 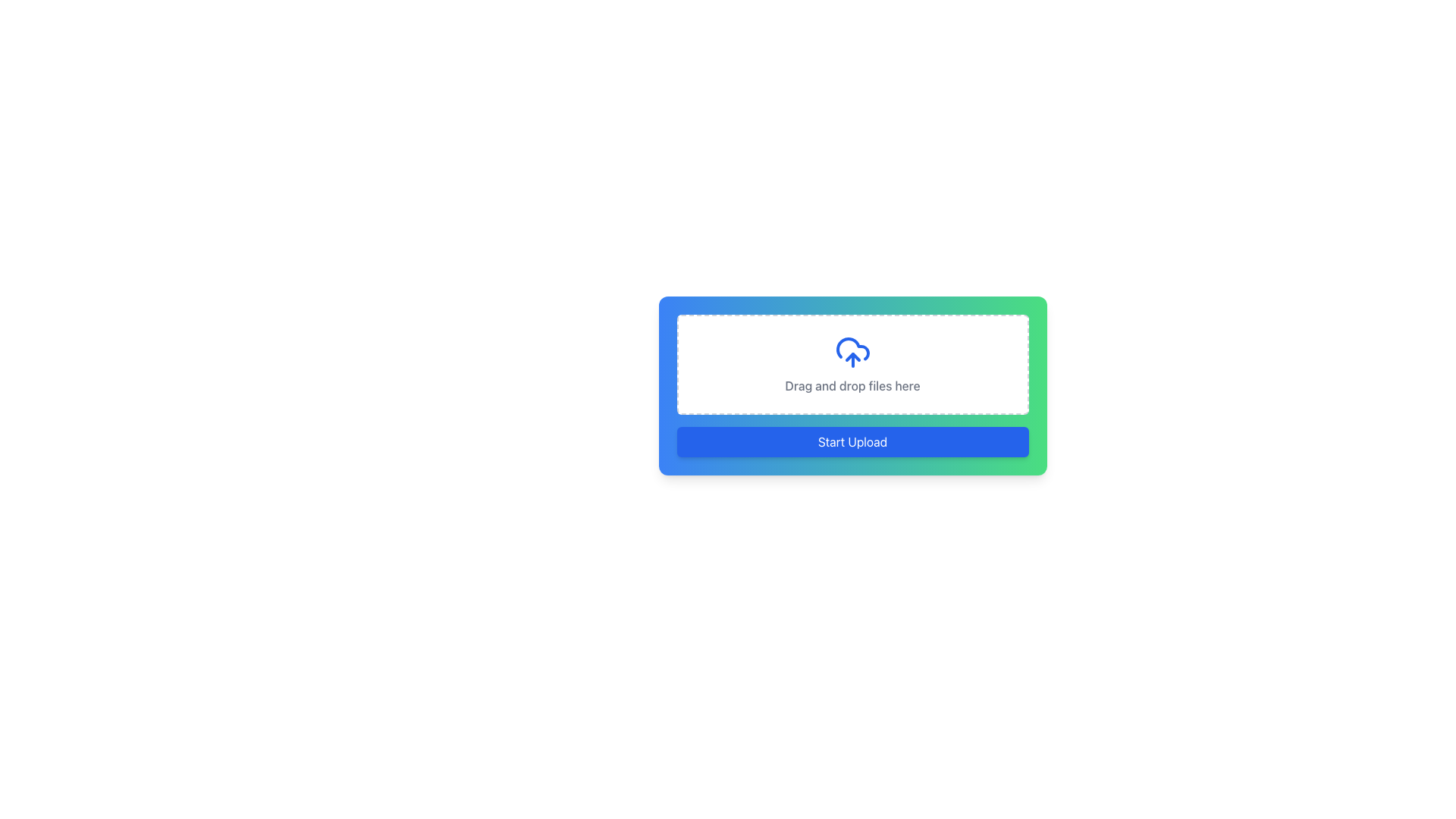 What do you see at coordinates (852, 353) in the screenshot?
I see `the vibrant blue cloud icon with an upward-pointing arrow` at bounding box center [852, 353].